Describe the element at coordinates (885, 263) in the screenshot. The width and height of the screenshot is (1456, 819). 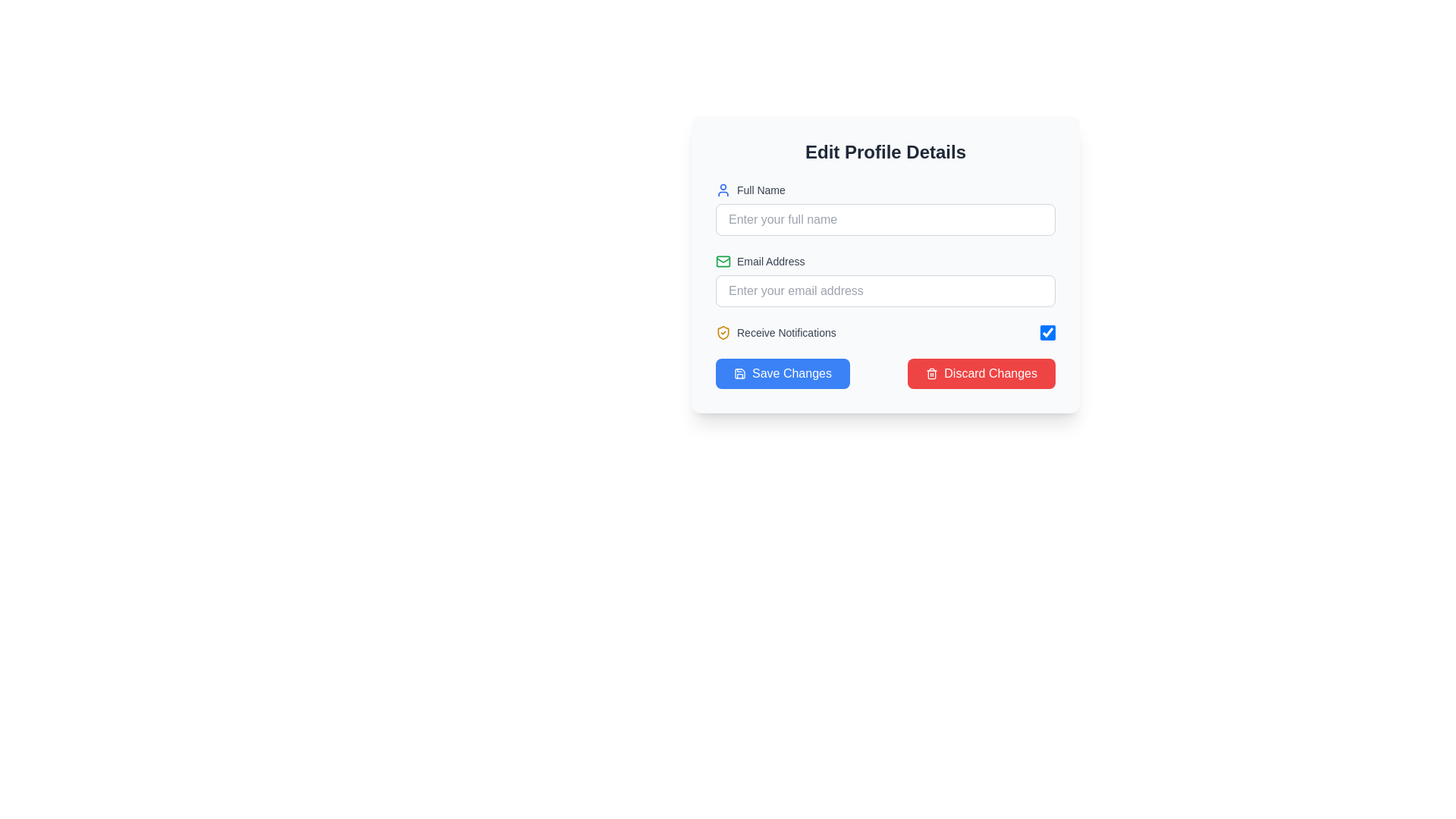
I see `the Form section styled with a light gray background and drop shadow, located centrally below the title 'Edit Profile Details'` at that location.